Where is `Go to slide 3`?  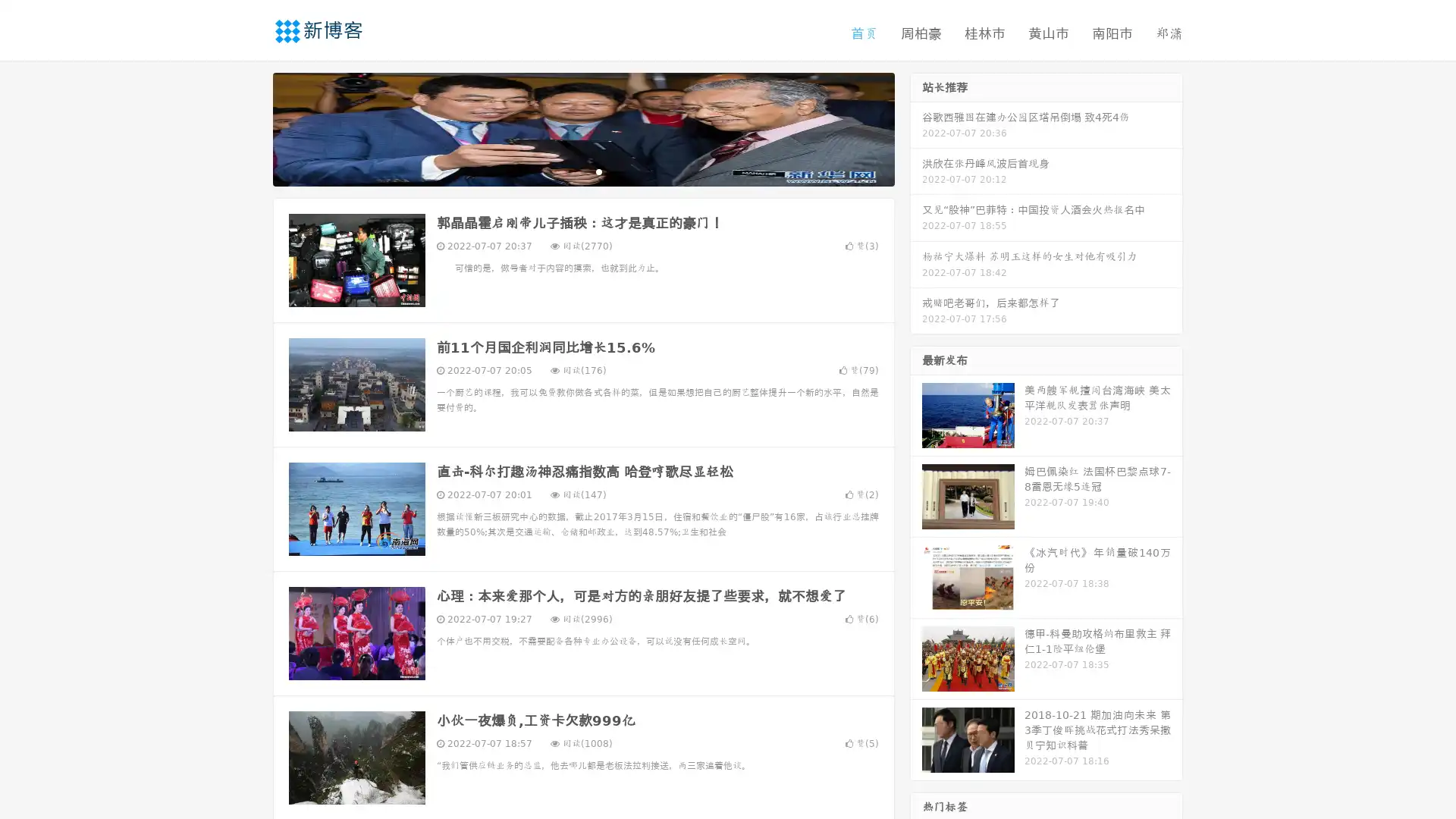 Go to slide 3 is located at coordinates (598, 171).